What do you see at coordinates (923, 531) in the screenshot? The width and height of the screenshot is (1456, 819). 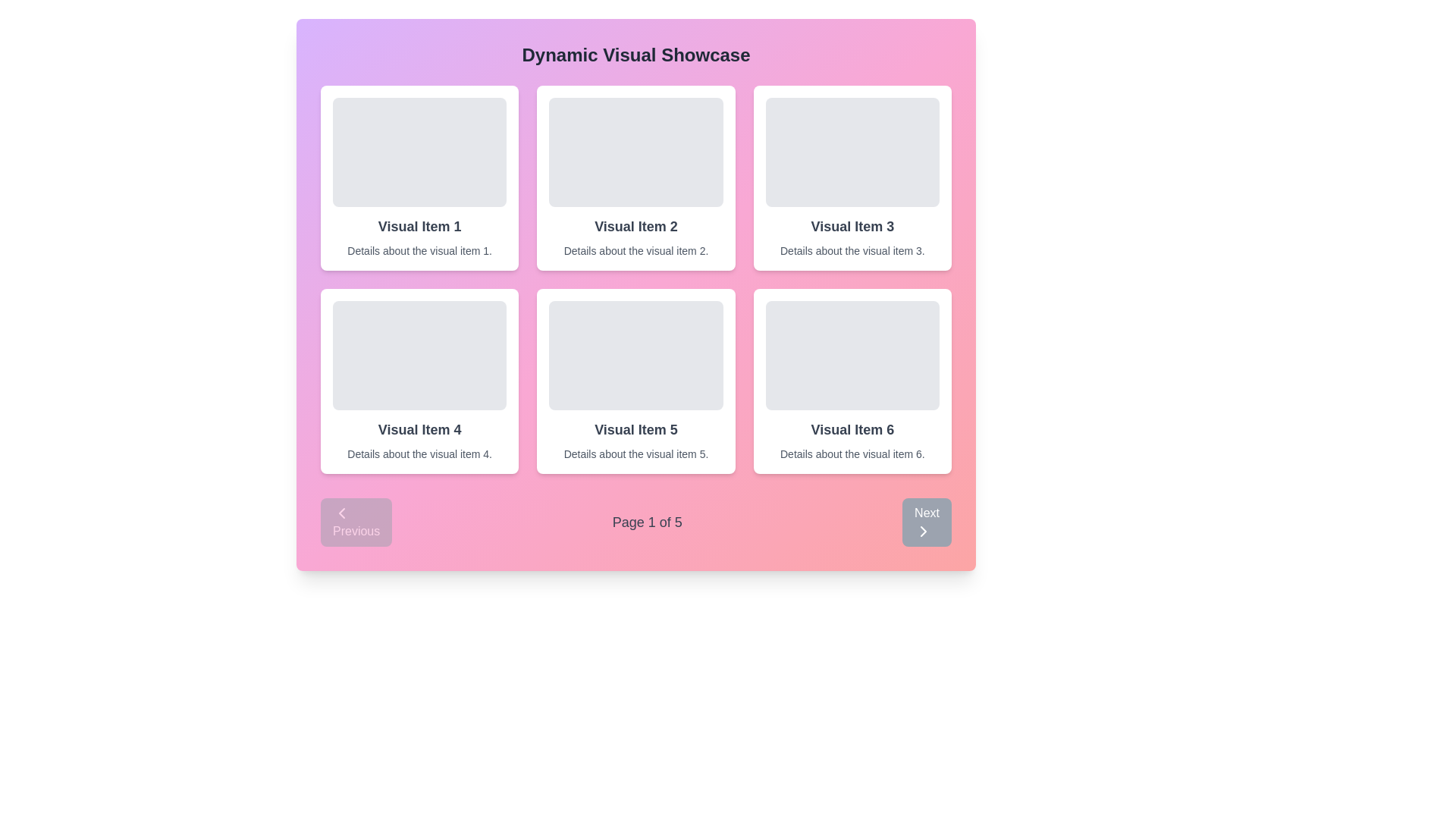 I see `the right-pointing chevron icon located within the 'Next' button in the bottom-right corner of the interface` at bounding box center [923, 531].